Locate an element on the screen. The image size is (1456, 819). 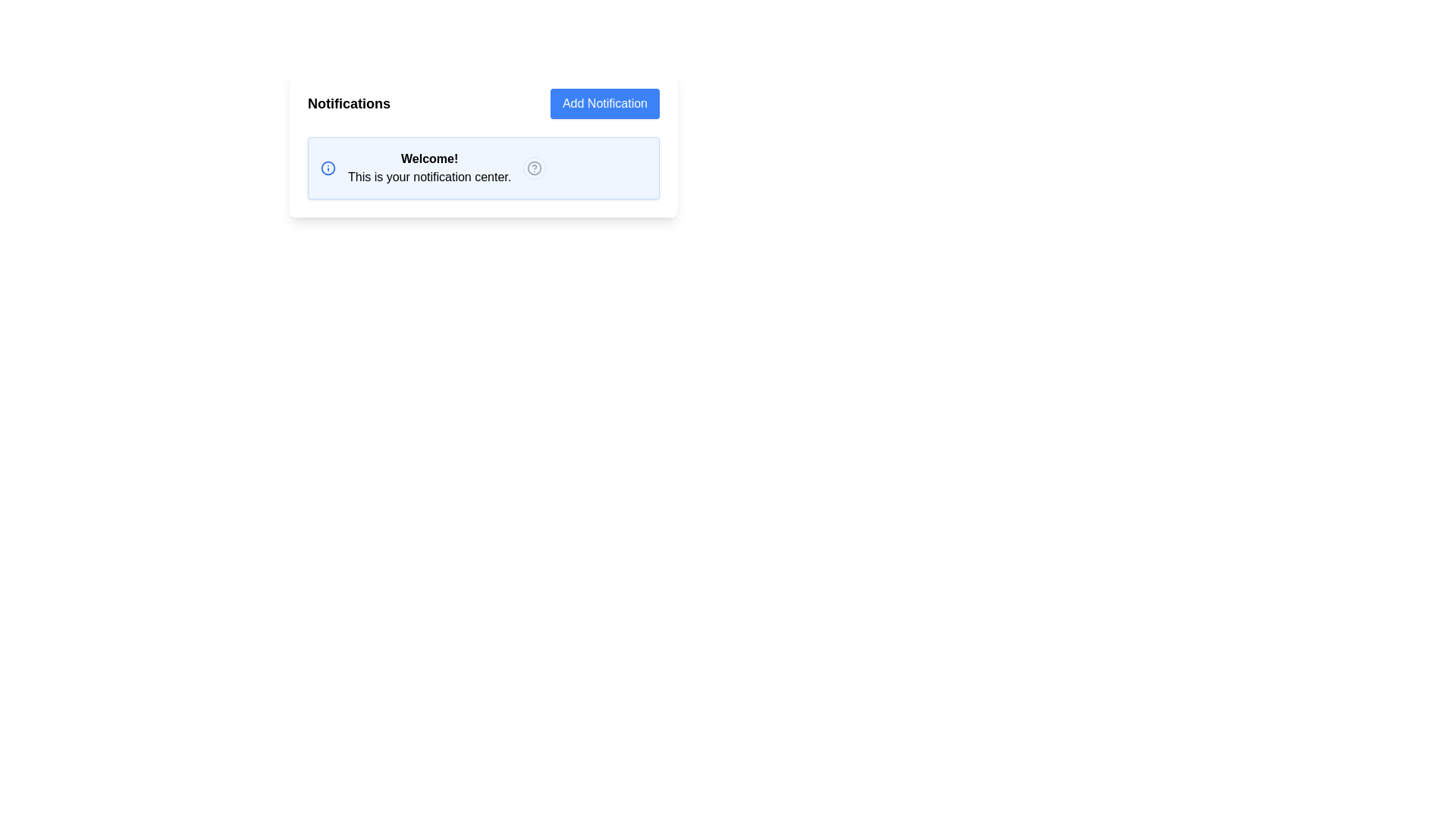
the decorative SVG circle located to the left of the text 'Welcome! This is your notification center.' is located at coordinates (327, 168).